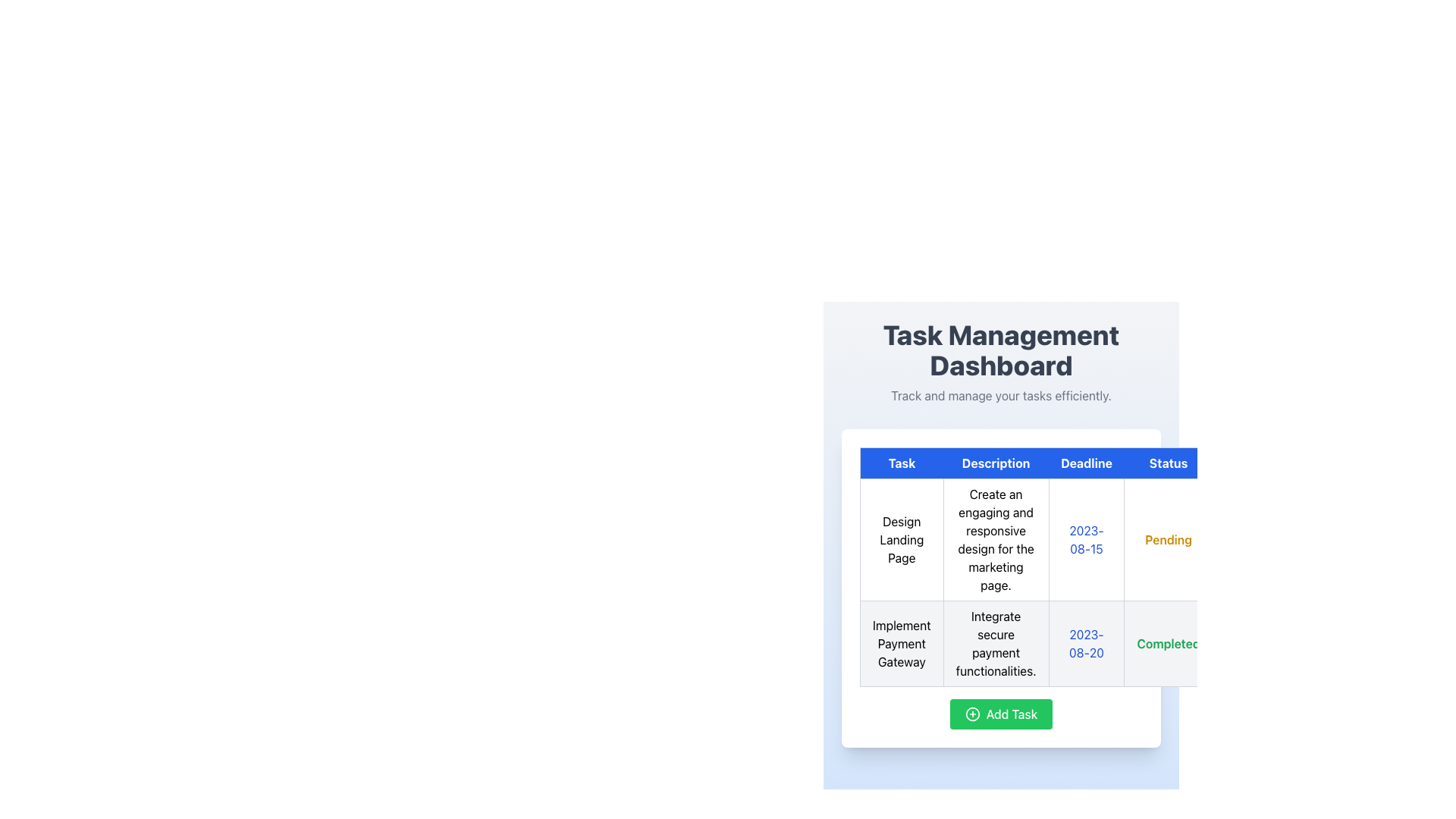 Image resolution: width=1456 pixels, height=819 pixels. What do you see at coordinates (1168, 539) in the screenshot?
I see `the 'Pending' label in the 'Status' column of the first row in the table on the dashboard, which is styled in a bold font with a yellow-orange color` at bounding box center [1168, 539].